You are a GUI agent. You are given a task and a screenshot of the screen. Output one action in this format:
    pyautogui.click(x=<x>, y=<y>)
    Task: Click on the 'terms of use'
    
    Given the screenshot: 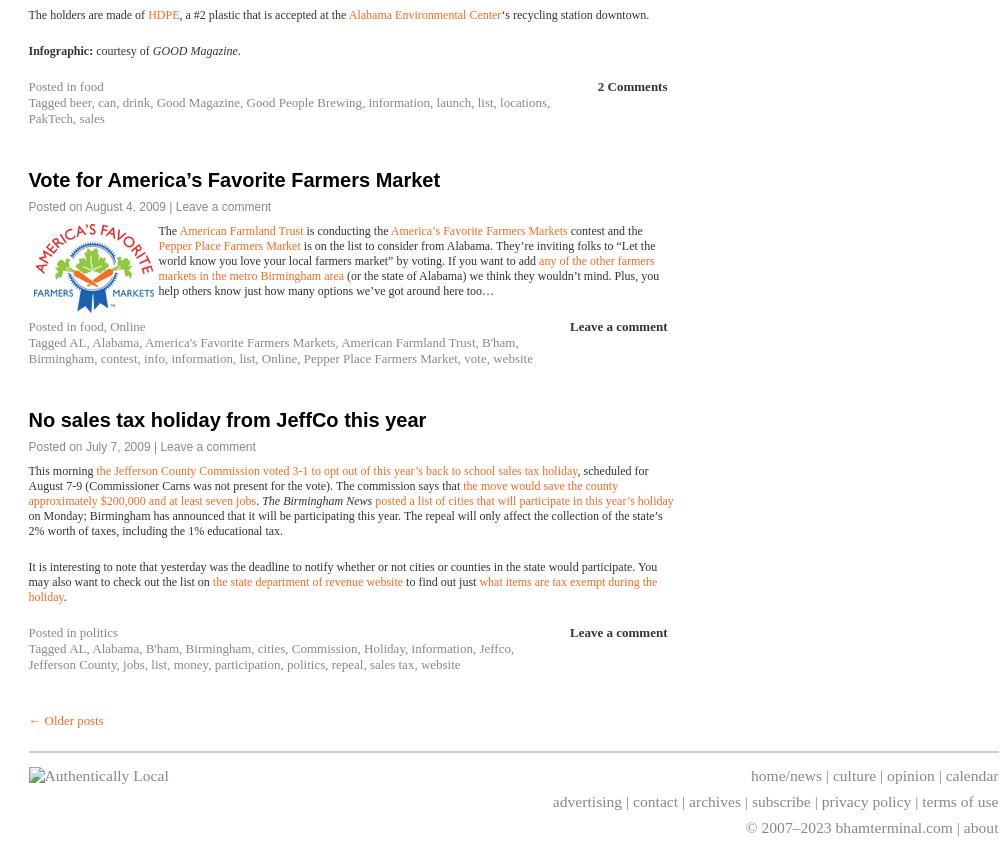 What is the action you would take?
    pyautogui.click(x=959, y=801)
    